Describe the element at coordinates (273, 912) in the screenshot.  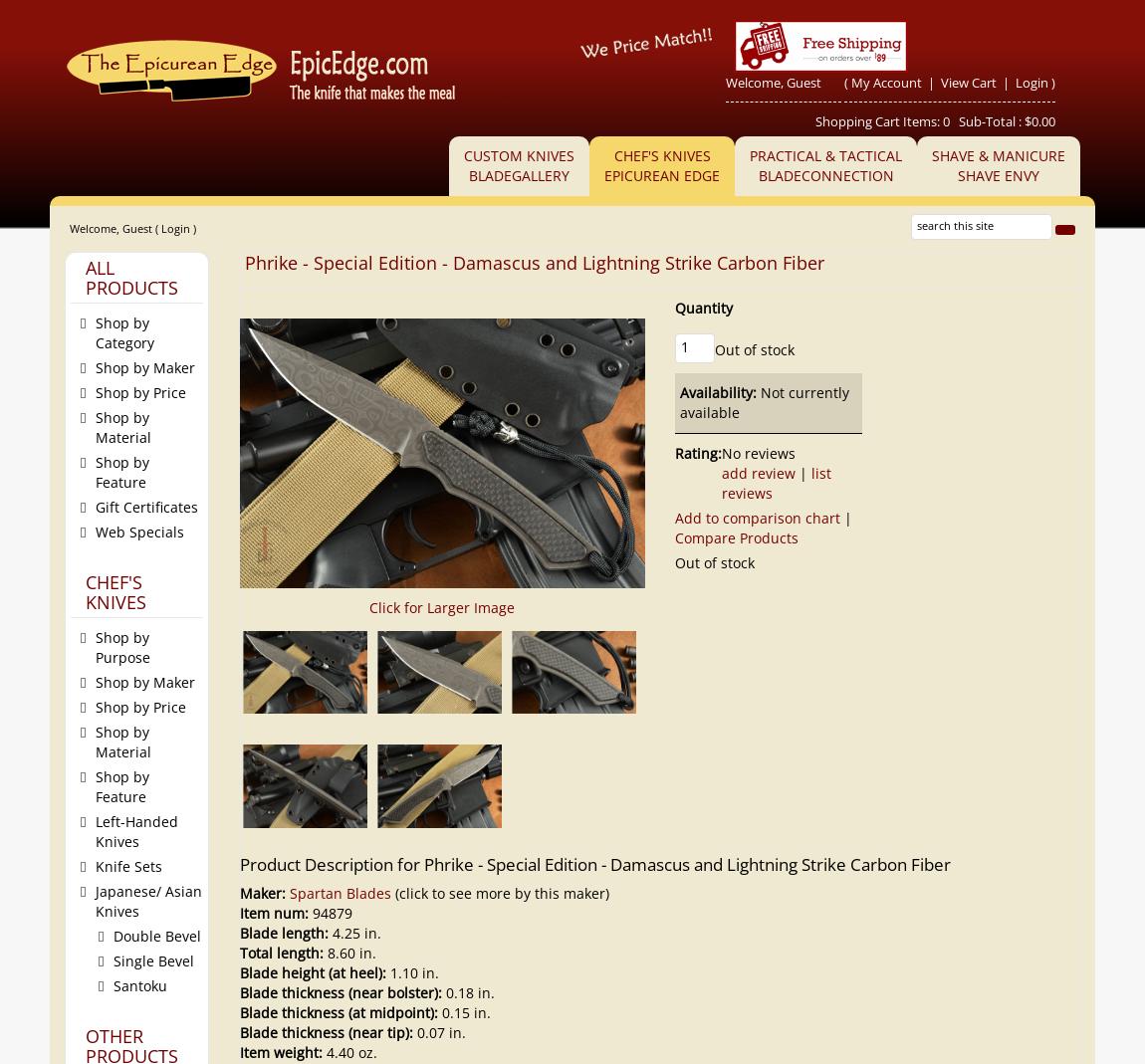
I see `'Item num:'` at that location.